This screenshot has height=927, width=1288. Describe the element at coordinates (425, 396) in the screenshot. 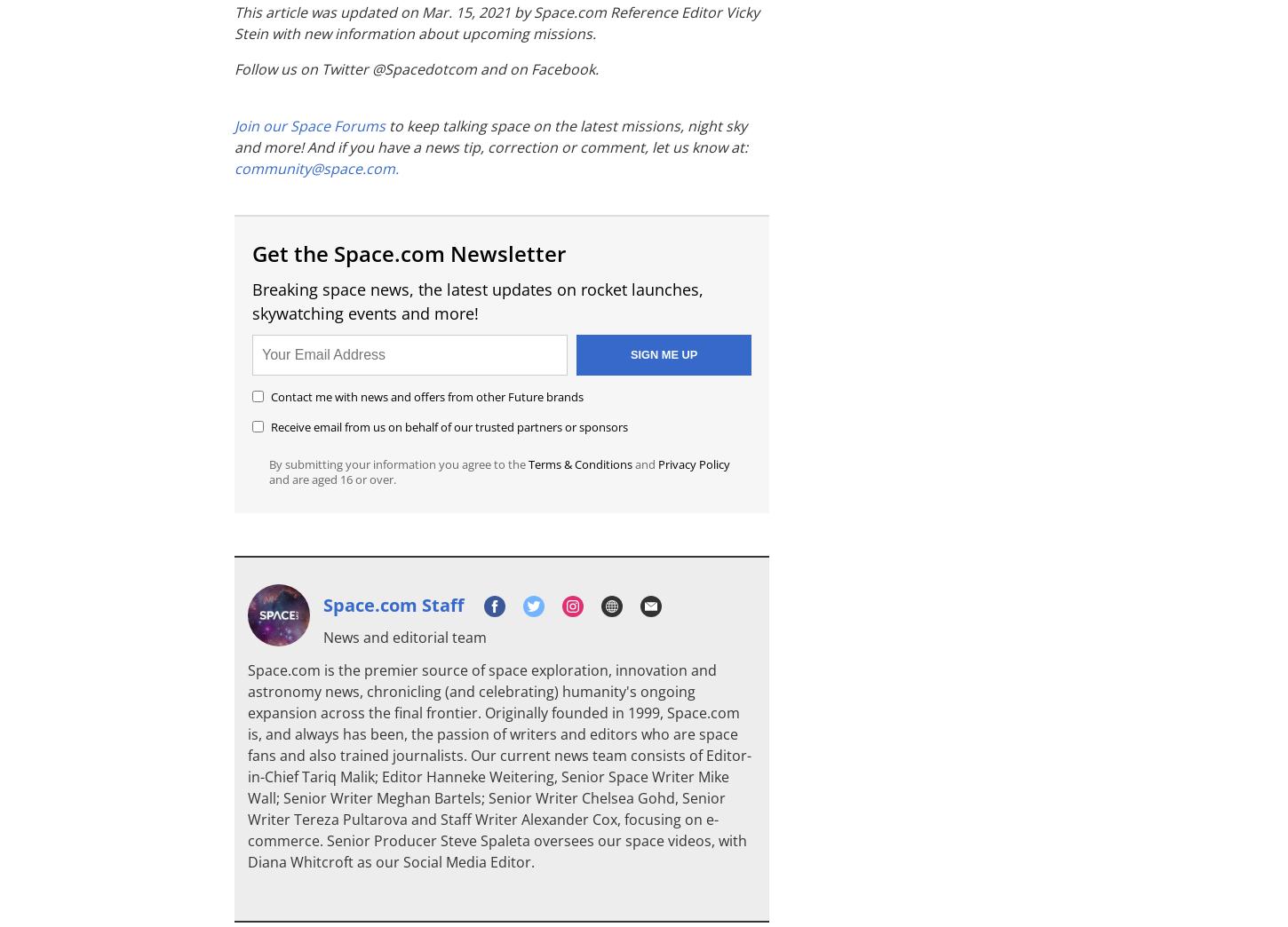

I see `'Contact me with news and offers from other Future brands'` at that location.